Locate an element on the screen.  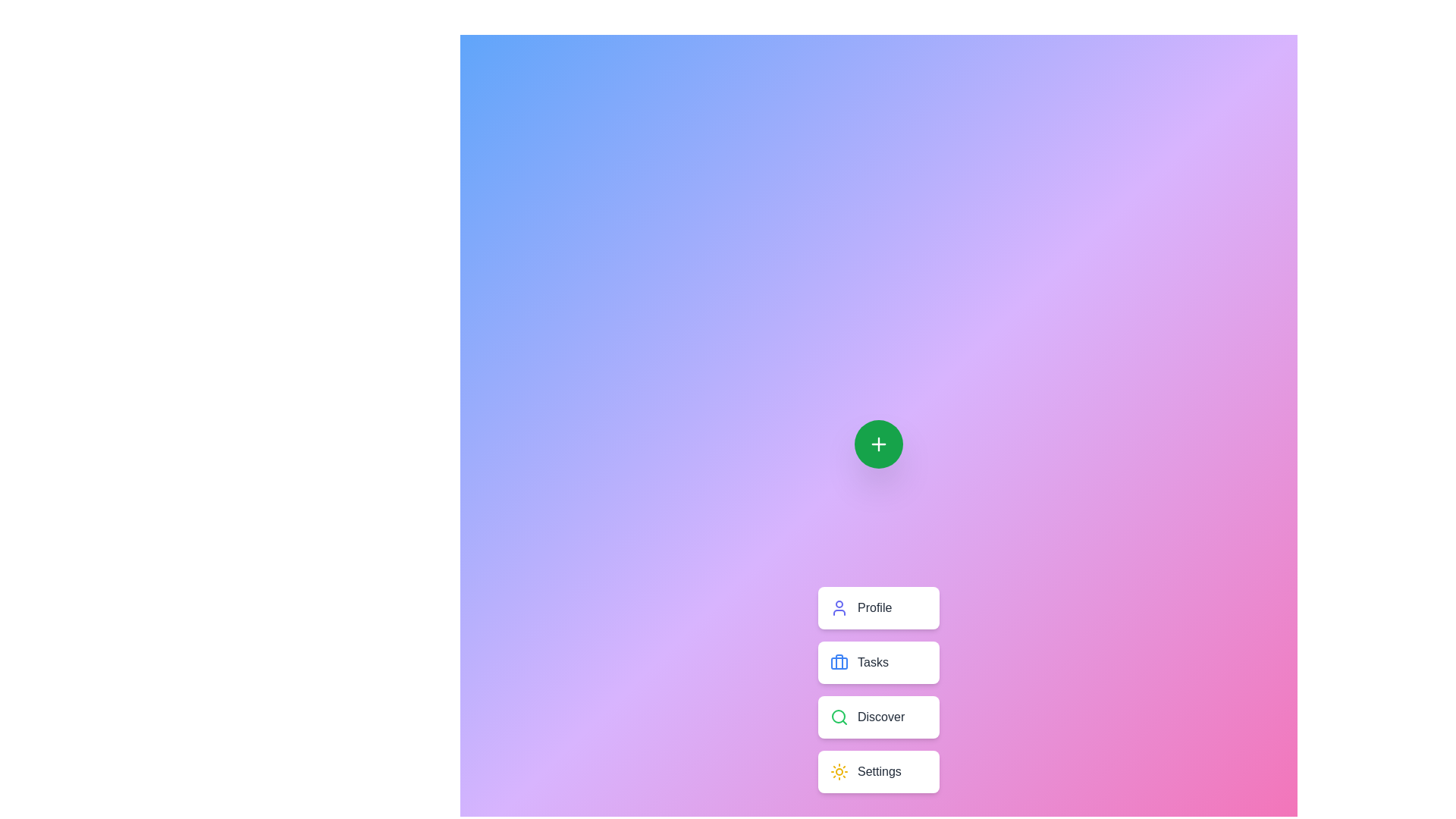
the green circular button to toggle the main menu visibility is located at coordinates (878, 444).